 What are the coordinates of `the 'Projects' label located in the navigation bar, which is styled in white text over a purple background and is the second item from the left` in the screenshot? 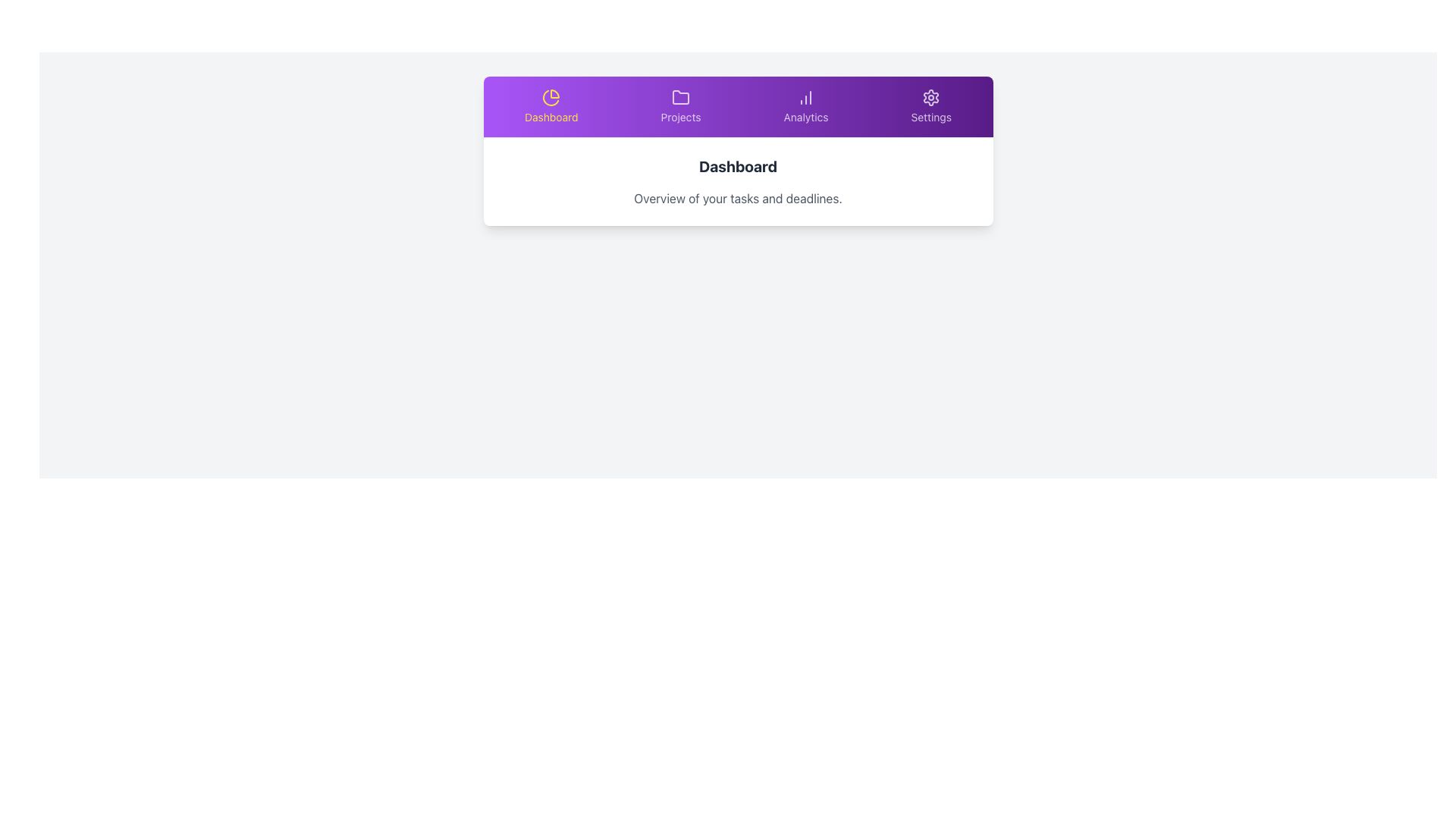 It's located at (679, 116).